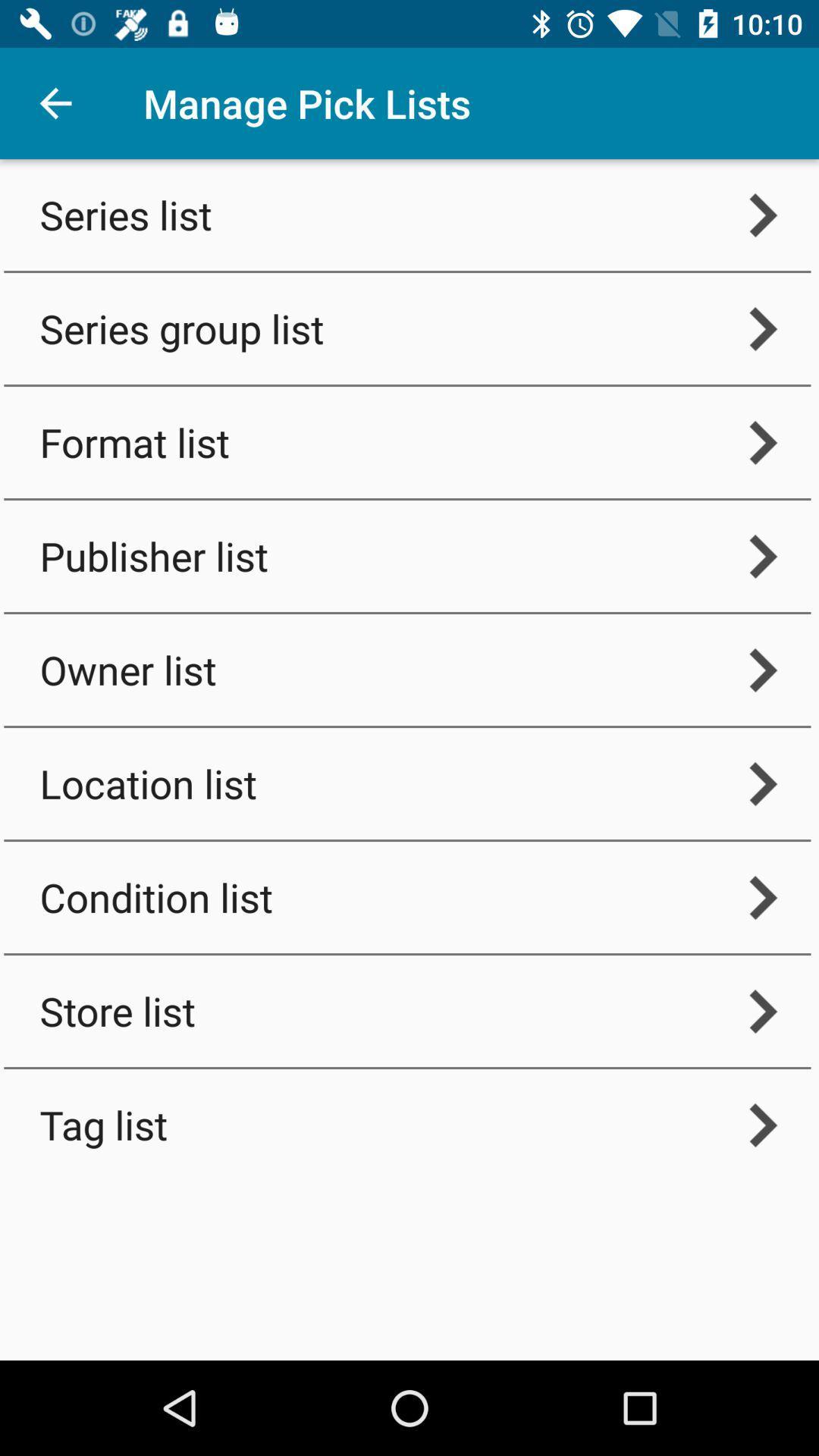 The height and width of the screenshot is (1456, 819). What do you see at coordinates (55, 102) in the screenshot?
I see `icon at the top left corner` at bounding box center [55, 102].